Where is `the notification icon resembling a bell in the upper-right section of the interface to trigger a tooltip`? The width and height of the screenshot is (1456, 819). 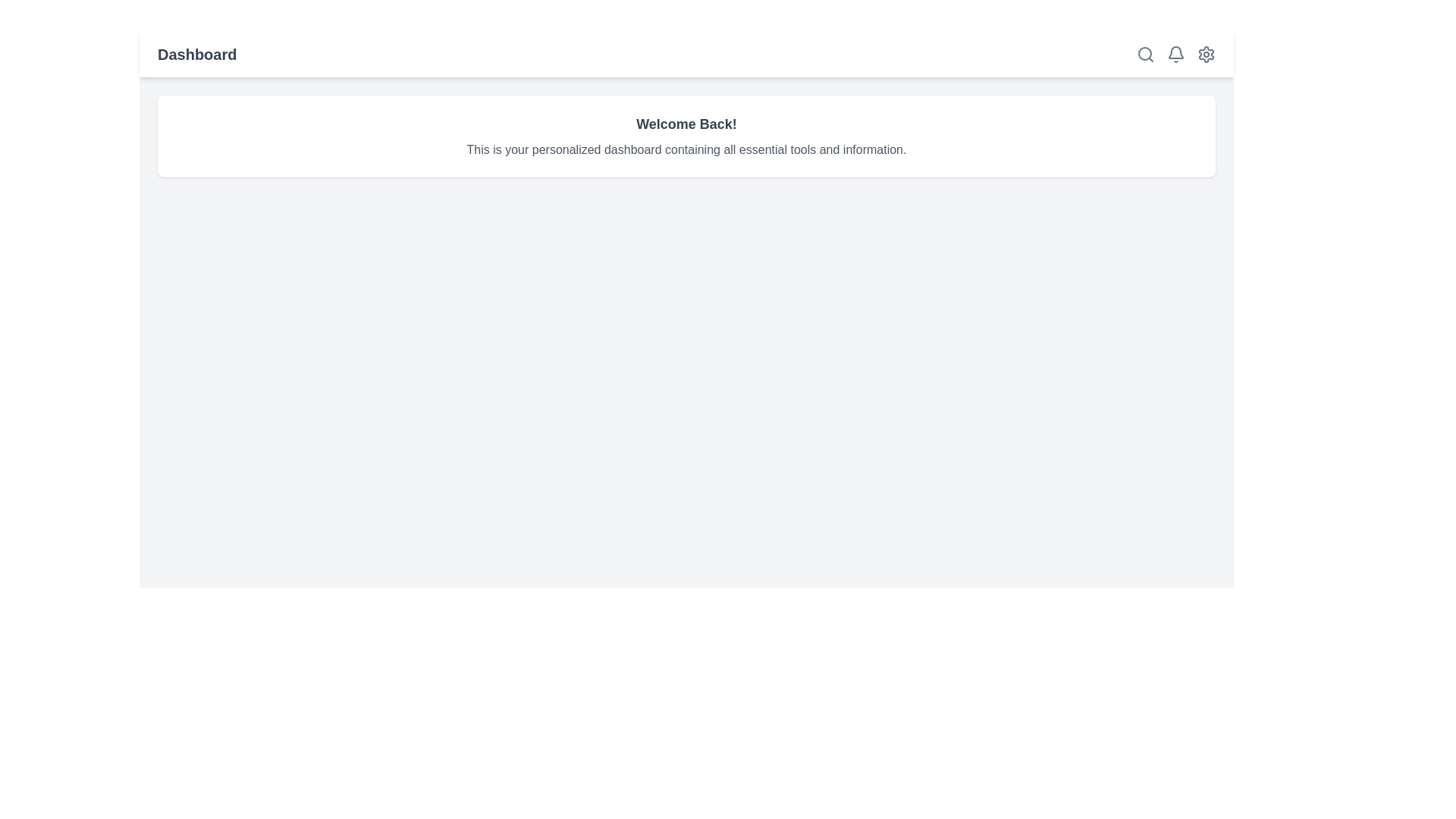
the notification icon resembling a bell in the upper-right section of the interface to trigger a tooltip is located at coordinates (1175, 54).